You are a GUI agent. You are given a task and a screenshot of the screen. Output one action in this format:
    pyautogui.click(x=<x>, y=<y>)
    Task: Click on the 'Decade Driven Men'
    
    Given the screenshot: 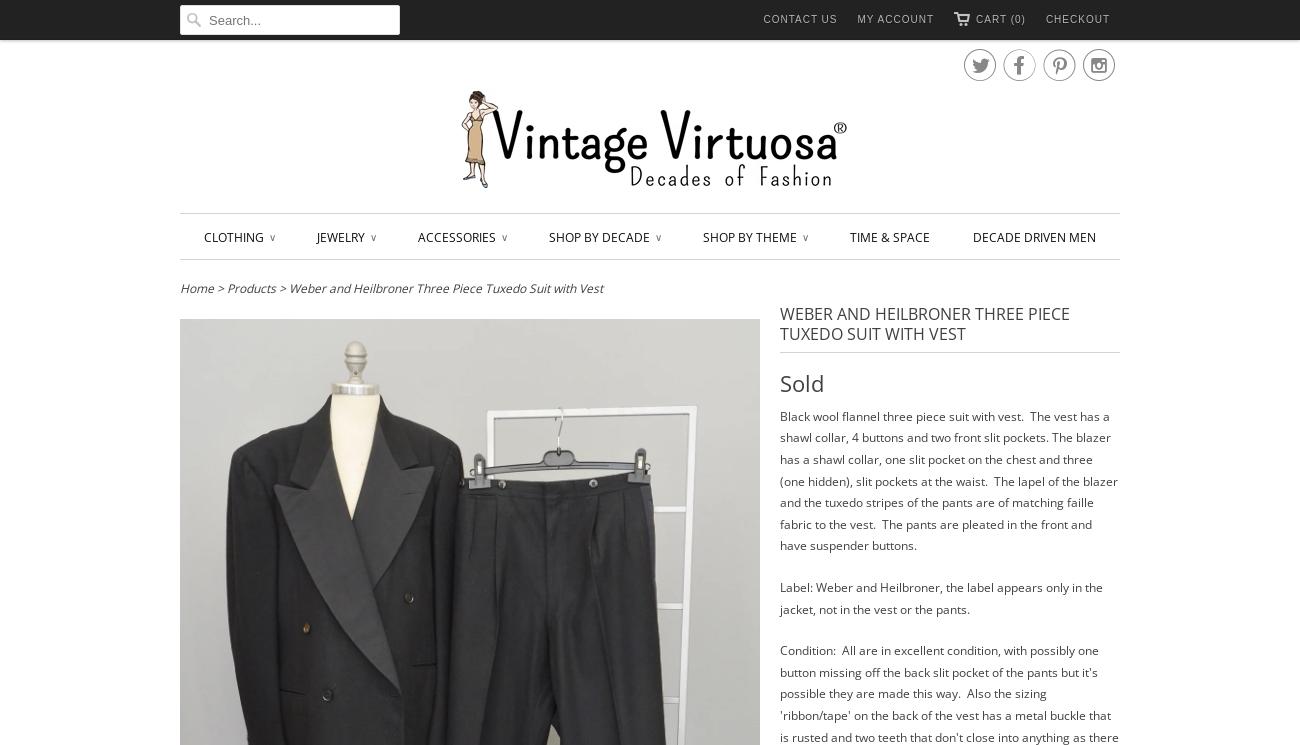 What is the action you would take?
    pyautogui.click(x=1034, y=236)
    